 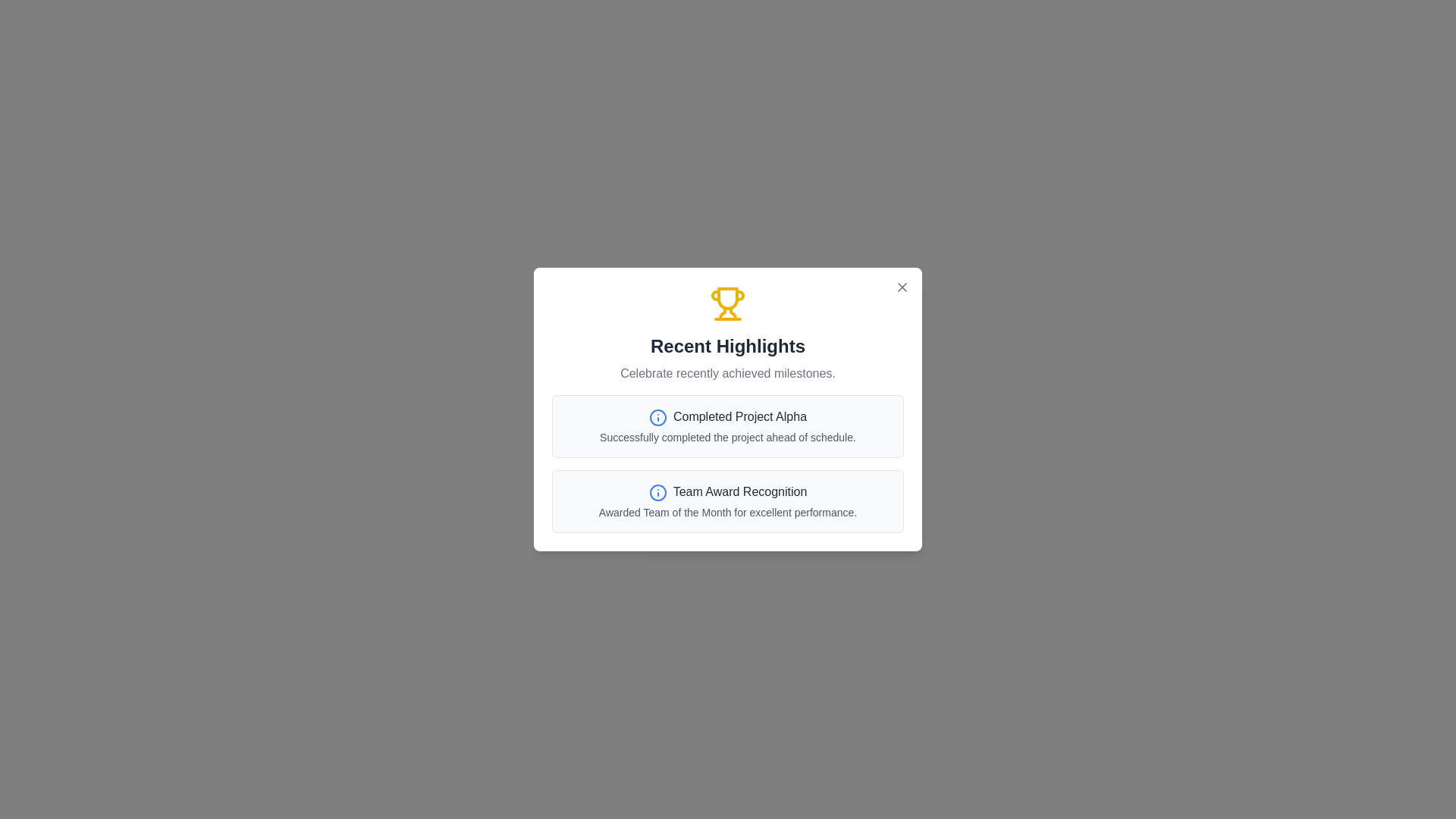 I want to click on the decorative alert icon on the trophy component located at the center-top of the interface, slightly to the left of the 'Recent Highlights' heading, so click(x=715, y=295).